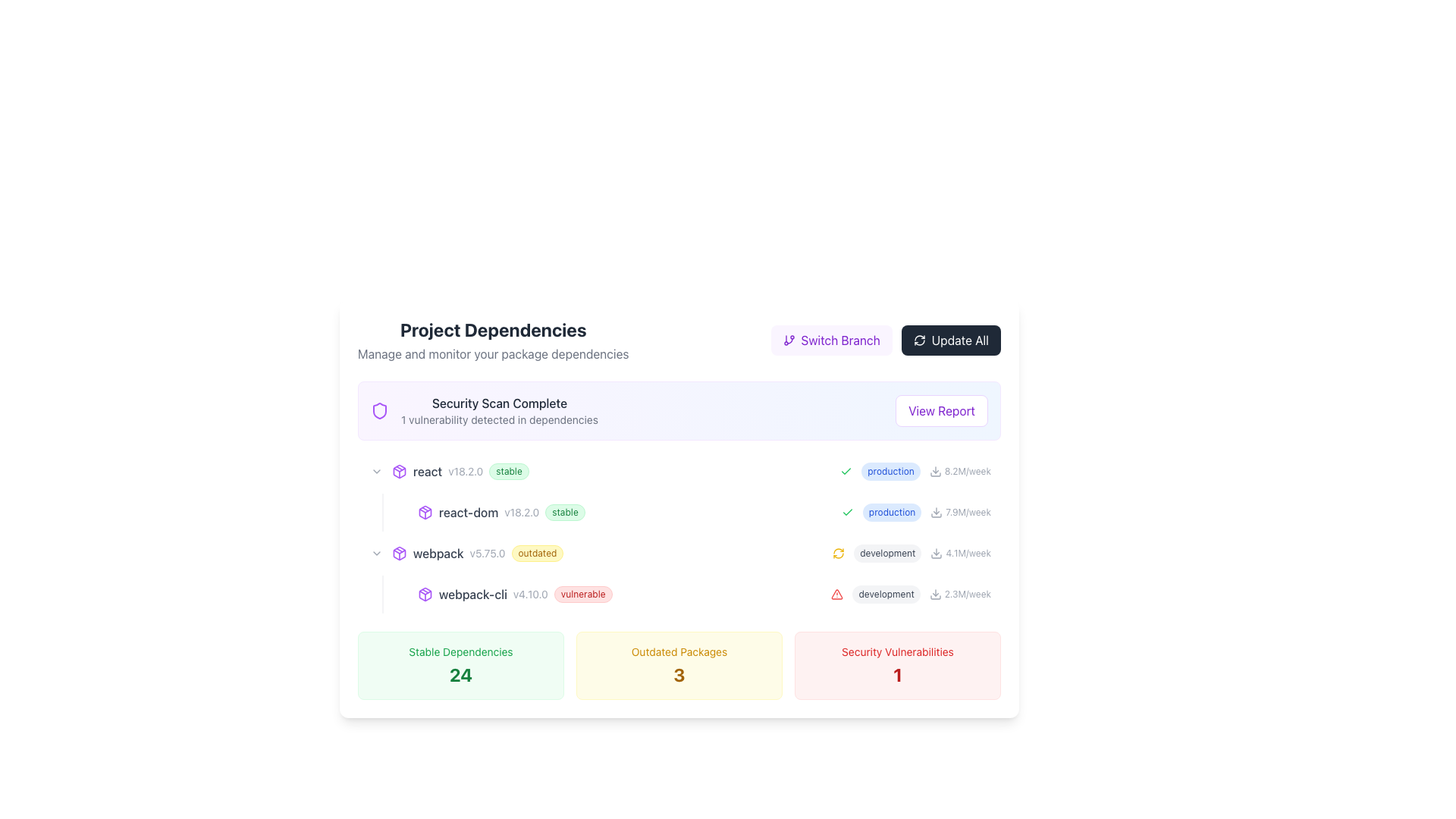  I want to click on the 'webpack' dependency icon, which is visually represented as a package and is located to the left of the 'webpack v5.75.0 outdated' label in the project dependencies list, so click(400, 553).